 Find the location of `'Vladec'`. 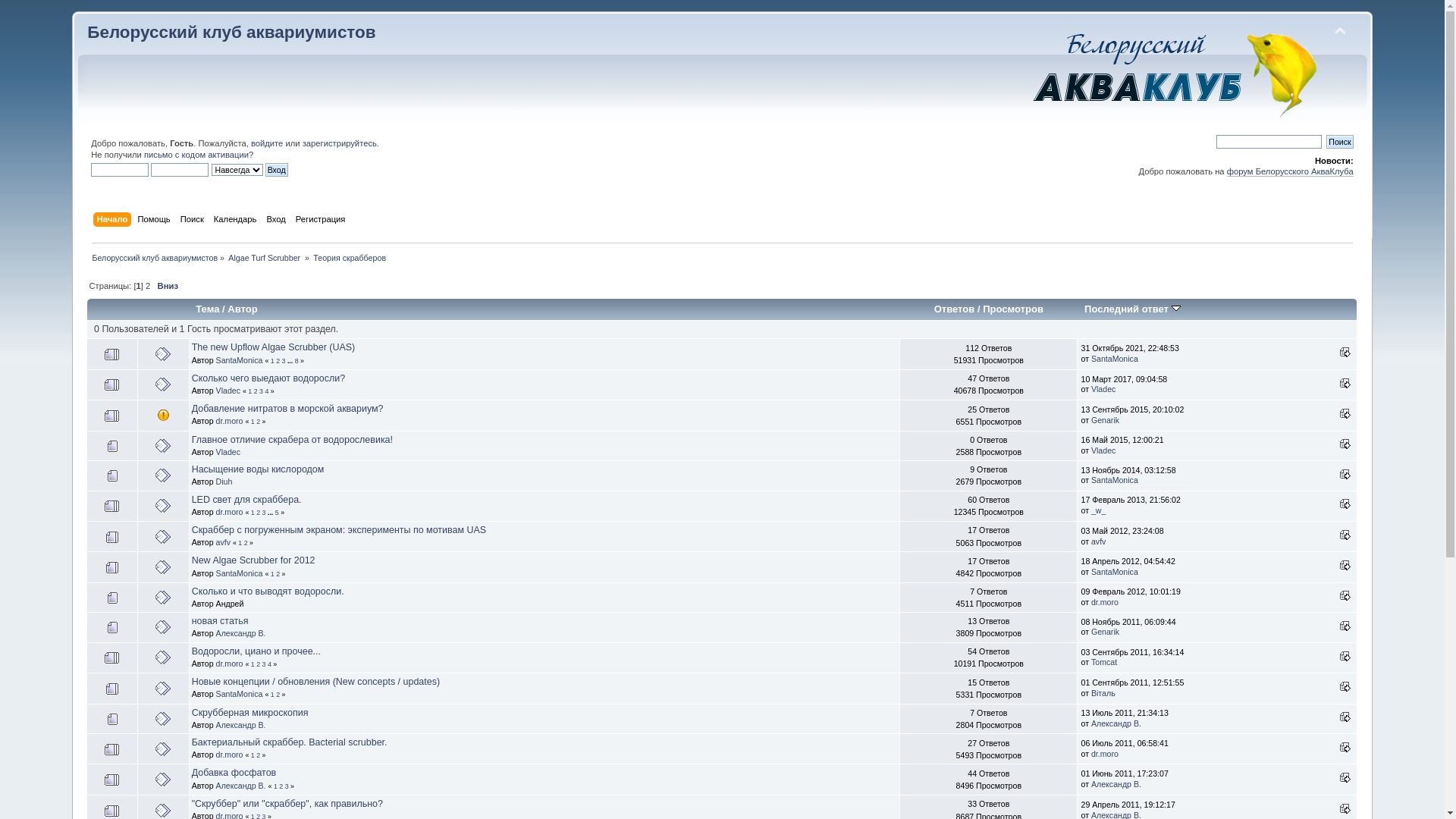

'Vladec' is located at coordinates (227, 451).